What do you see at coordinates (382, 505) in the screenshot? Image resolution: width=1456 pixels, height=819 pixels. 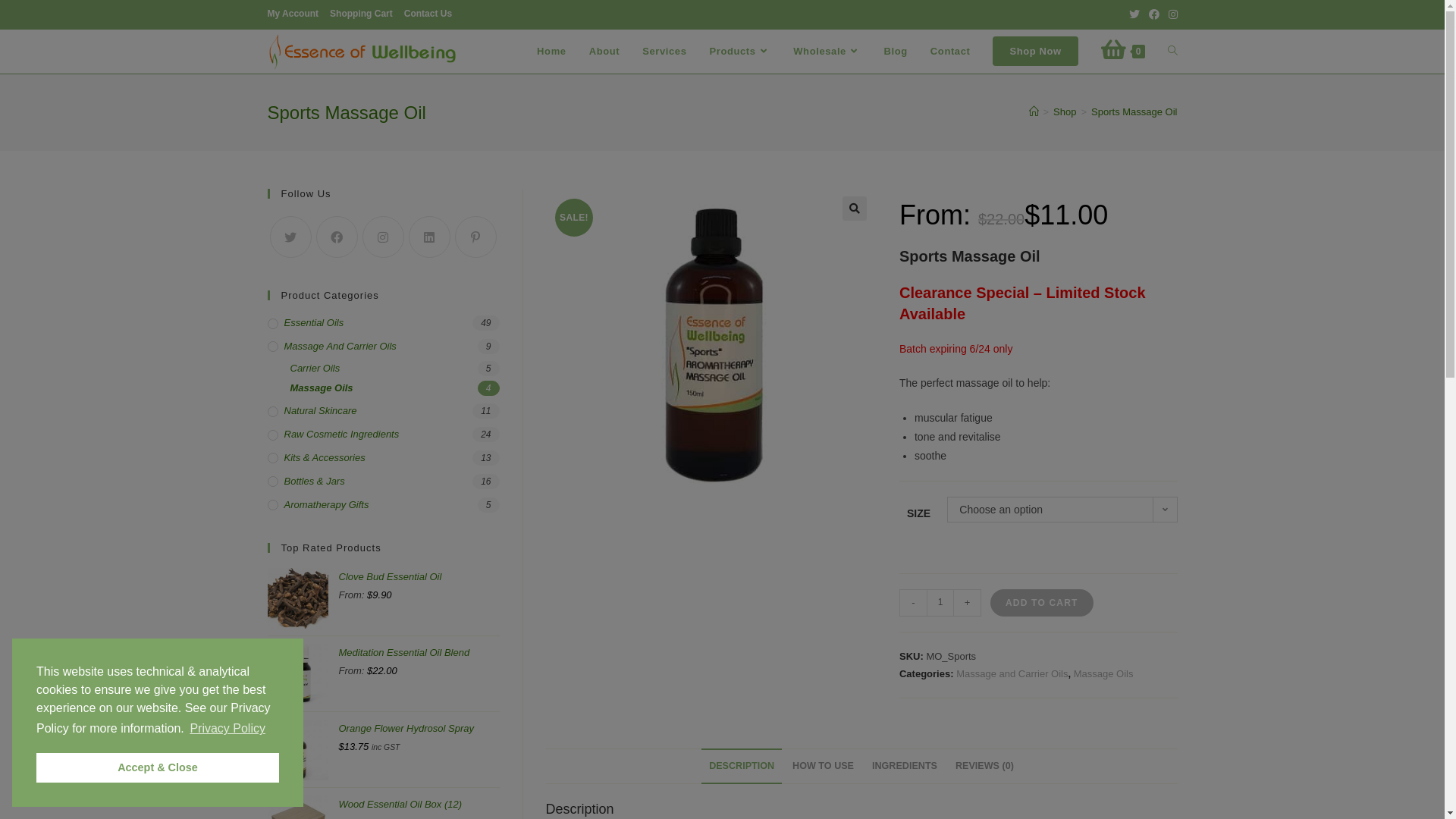 I see `'Aromatherapy Gifts'` at bounding box center [382, 505].